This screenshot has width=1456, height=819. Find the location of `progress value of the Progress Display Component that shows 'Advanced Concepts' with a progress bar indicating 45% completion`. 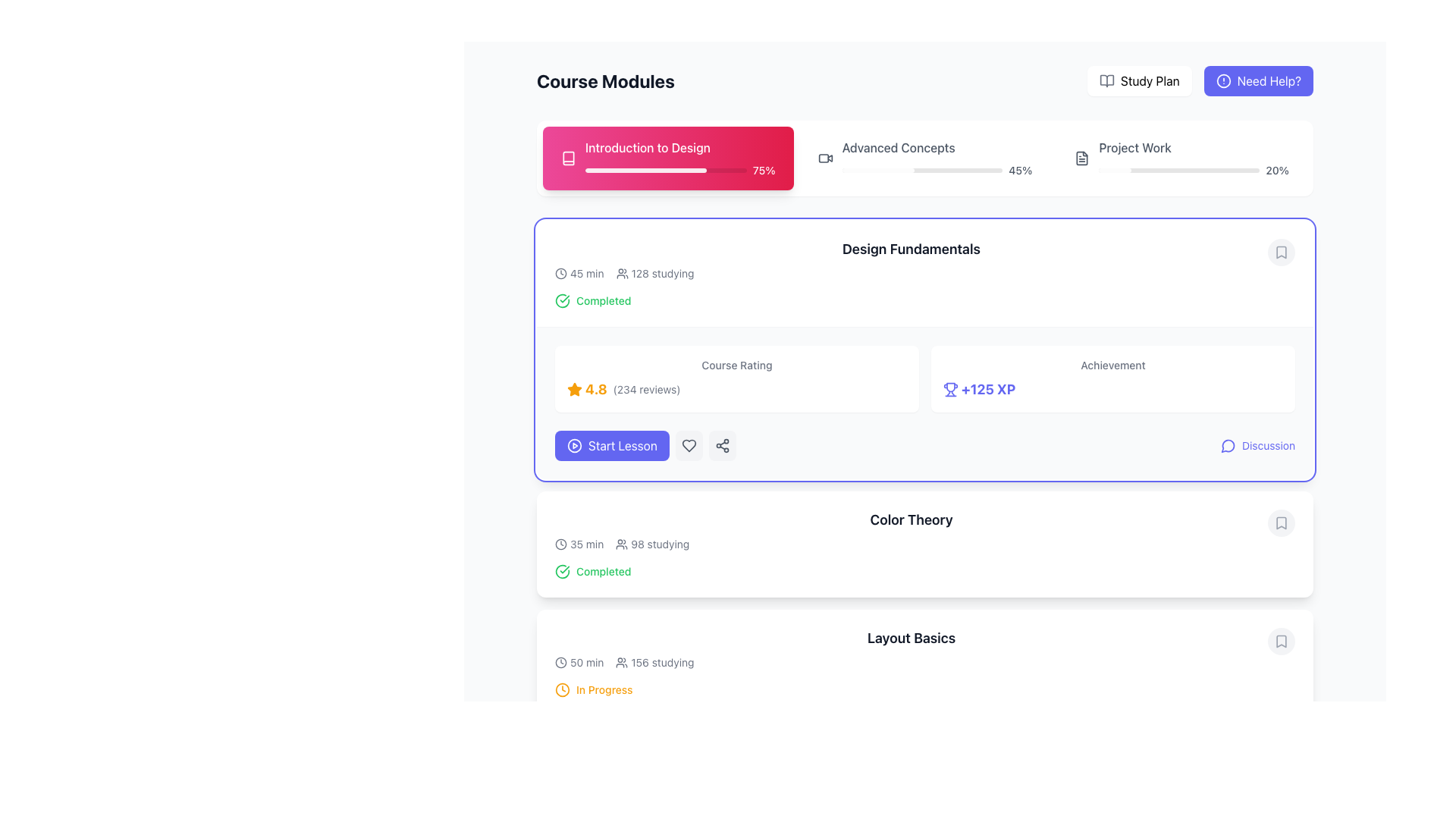

progress value of the Progress Display Component that shows 'Advanced Concepts' with a progress bar indicating 45% completion is located at coordinates (937, 158).